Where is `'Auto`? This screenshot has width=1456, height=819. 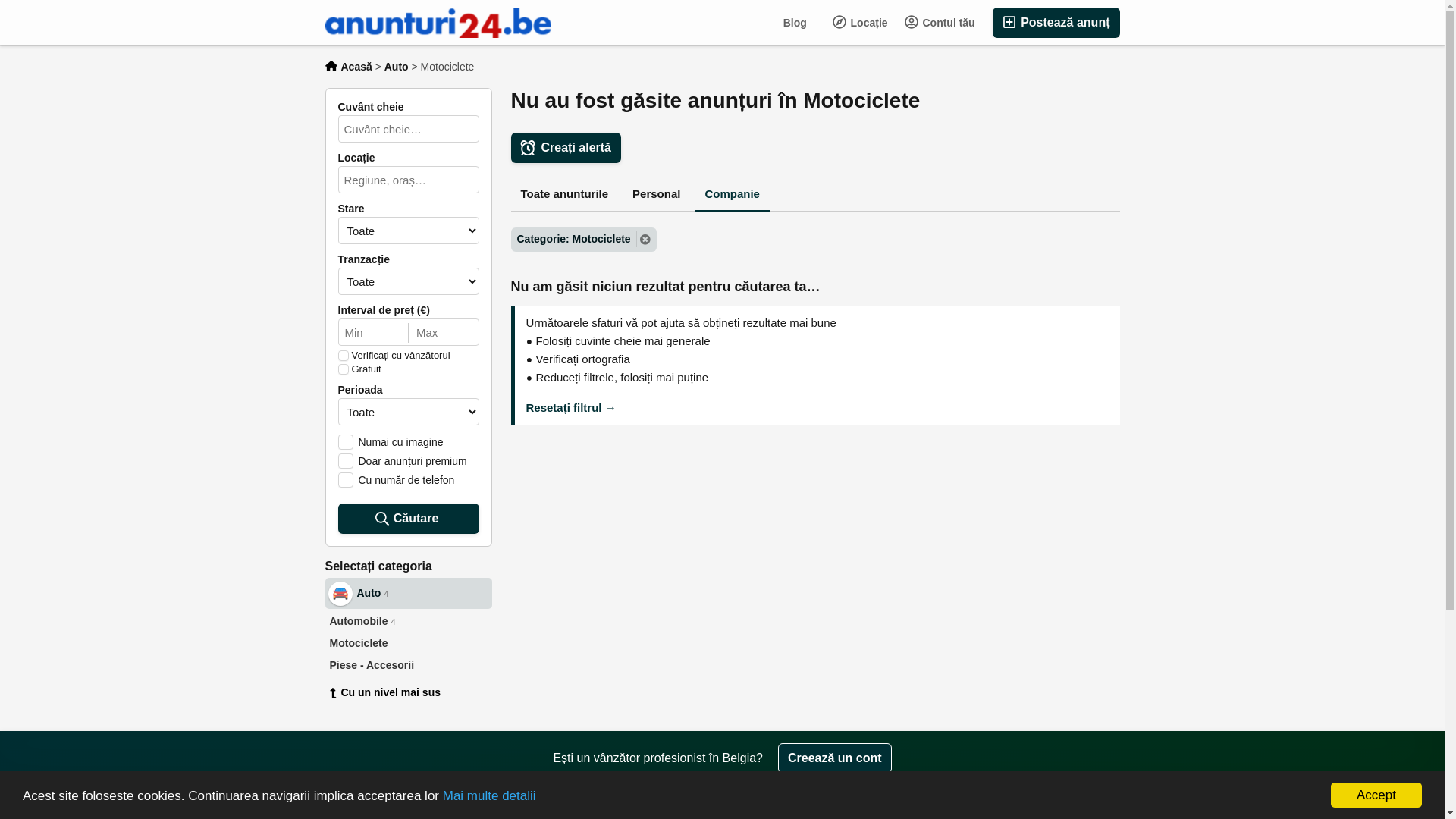 'Auto is located at coordinates (323, 592).